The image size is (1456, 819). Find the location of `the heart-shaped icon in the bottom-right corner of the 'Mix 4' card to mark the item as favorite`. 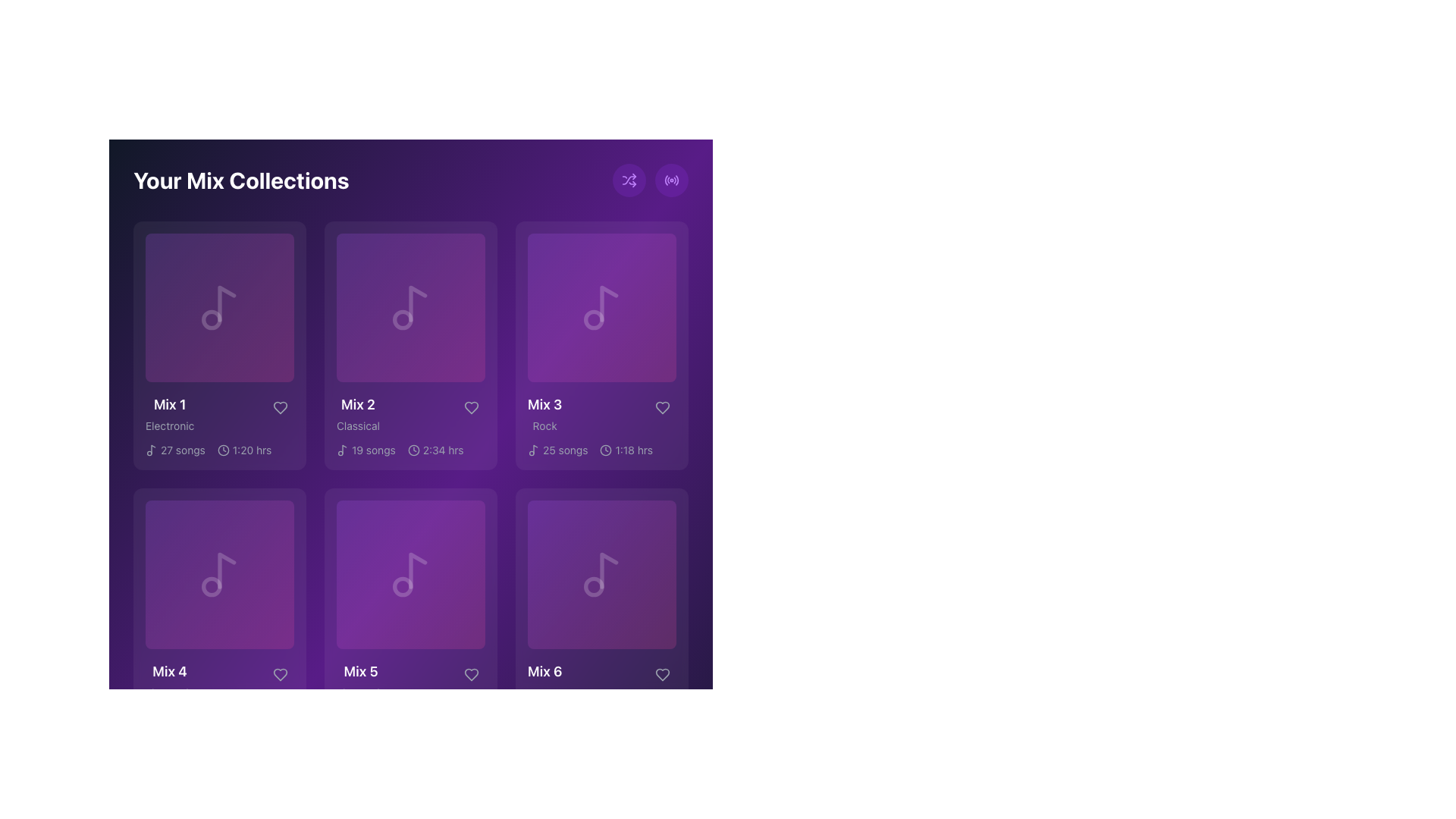

the heart-shaped icon in the bottom-right corner of the 'Mix 4' card to mark the item as favorite is located at coordinates (280, 674).